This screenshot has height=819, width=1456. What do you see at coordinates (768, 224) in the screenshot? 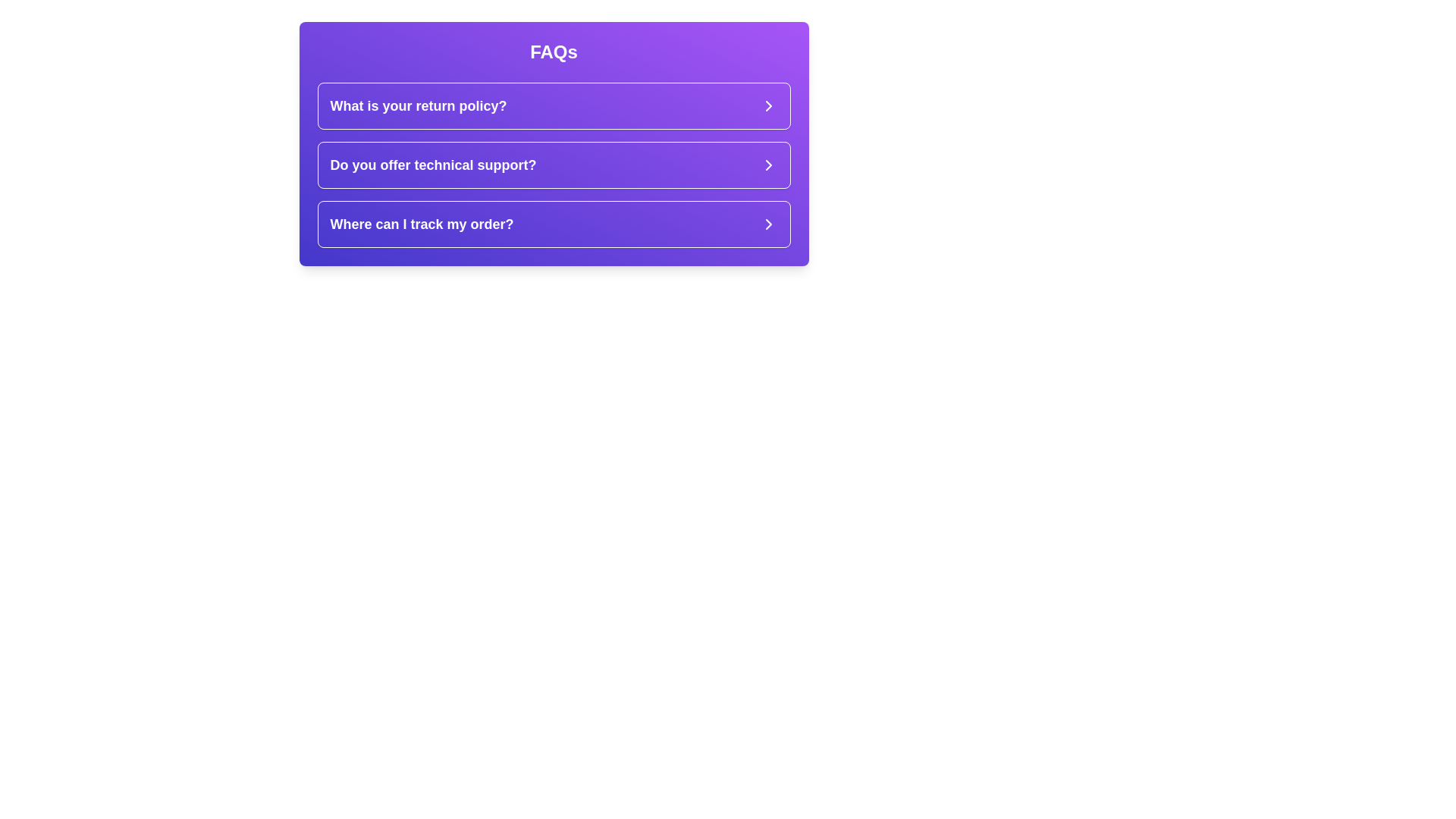
I see `the chevron arrow icon pointing to the right, which is part of the navigational interface located at the end of the list item labeled 'Where can I track my order?'` at bounding box center [768, 224].